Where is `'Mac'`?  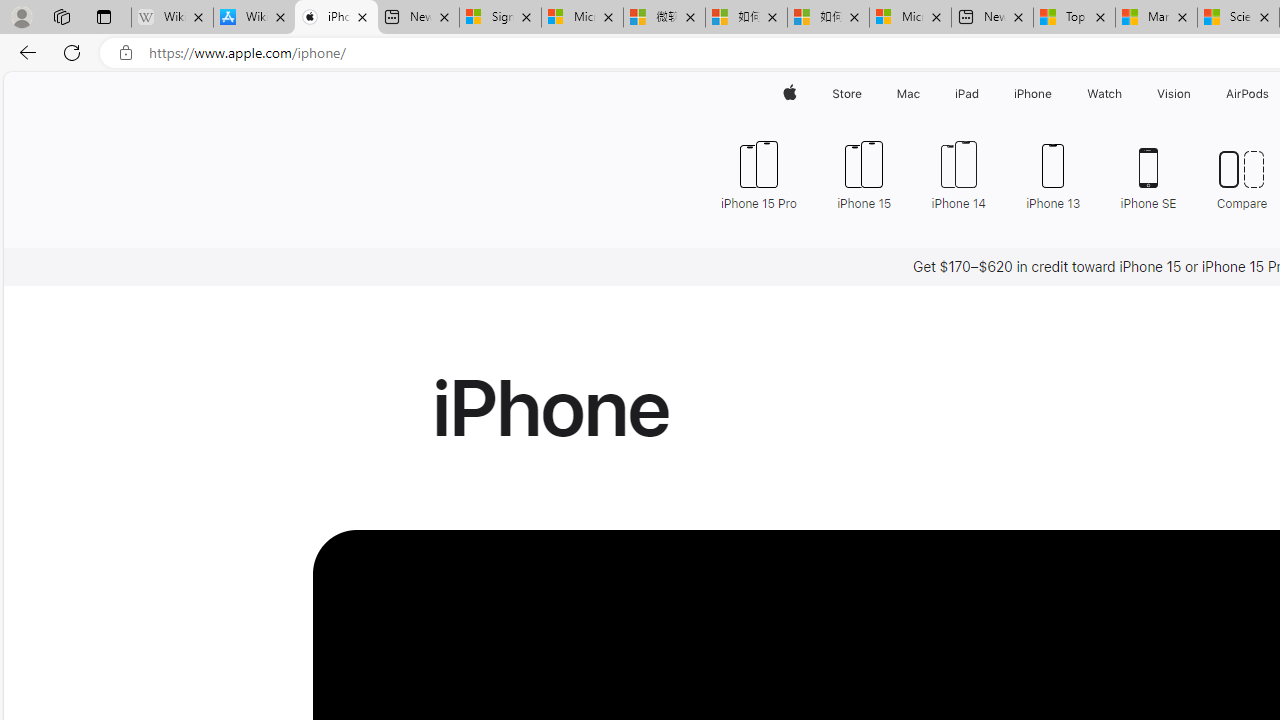
'Mac' is located at coordinates (907, 93).